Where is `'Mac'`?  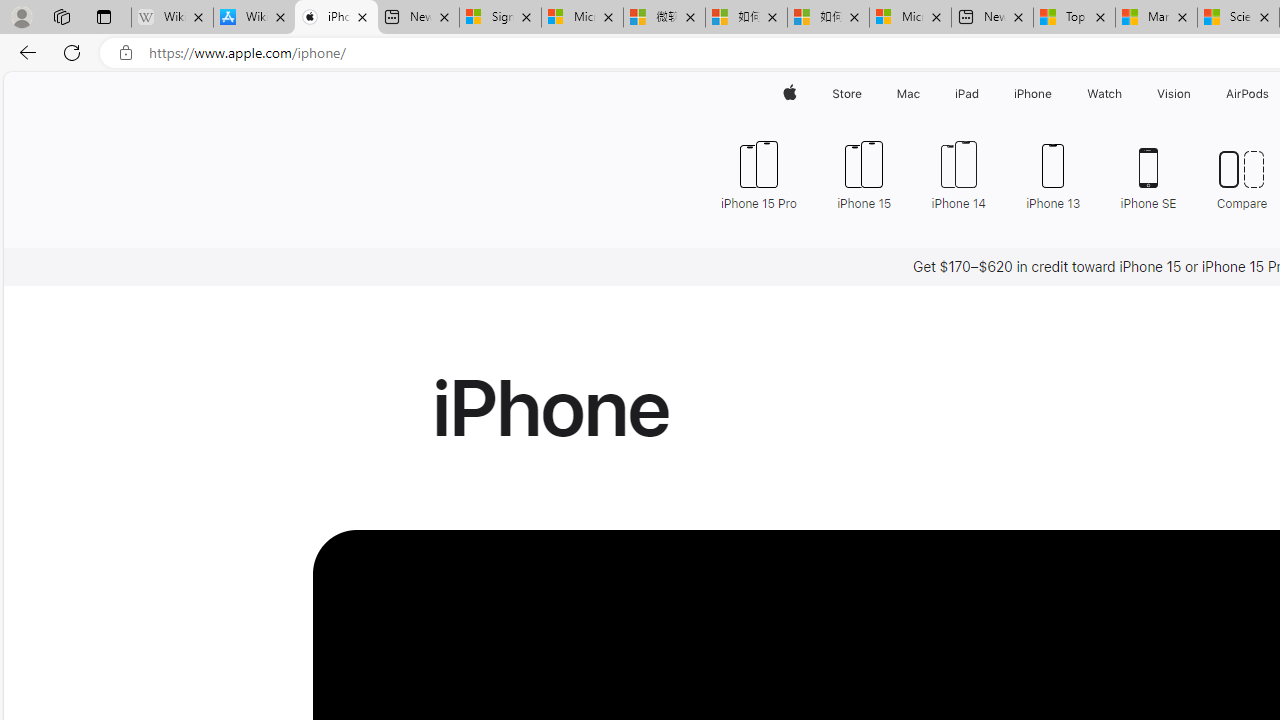
'Mac' is located at coordinates (907, 93).